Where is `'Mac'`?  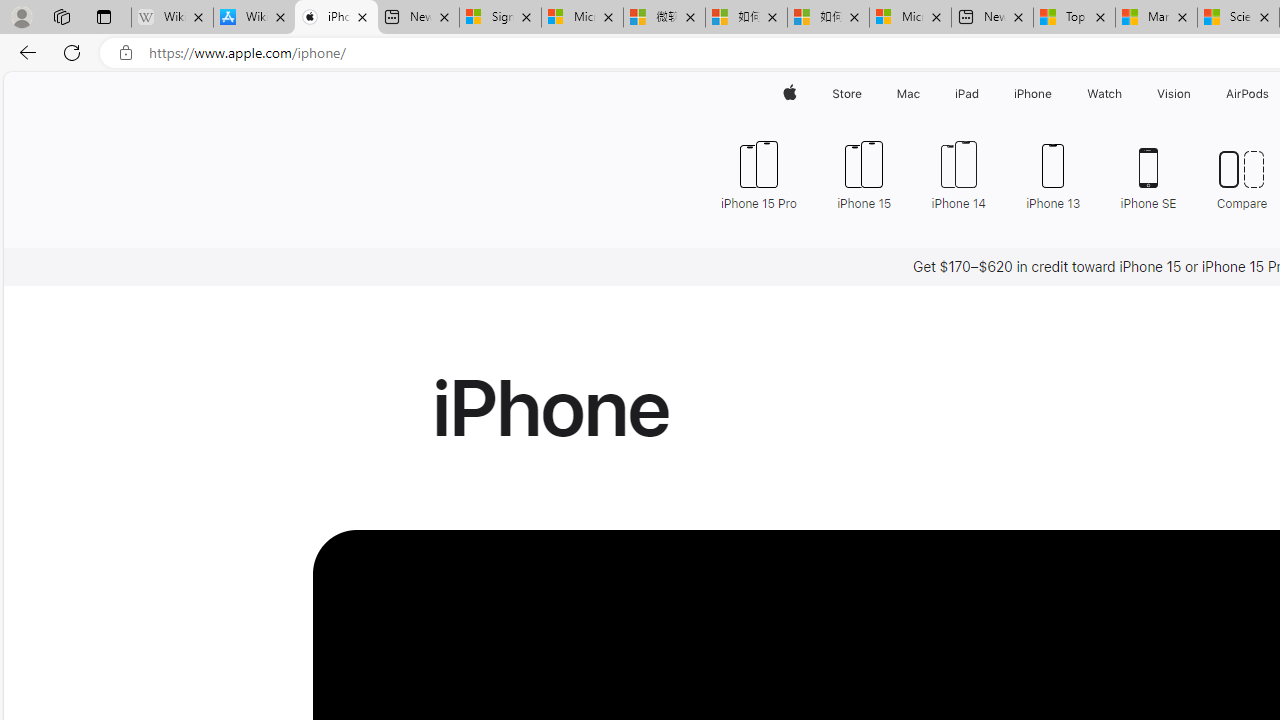
'Mac' is located at coordinates (907, 93).